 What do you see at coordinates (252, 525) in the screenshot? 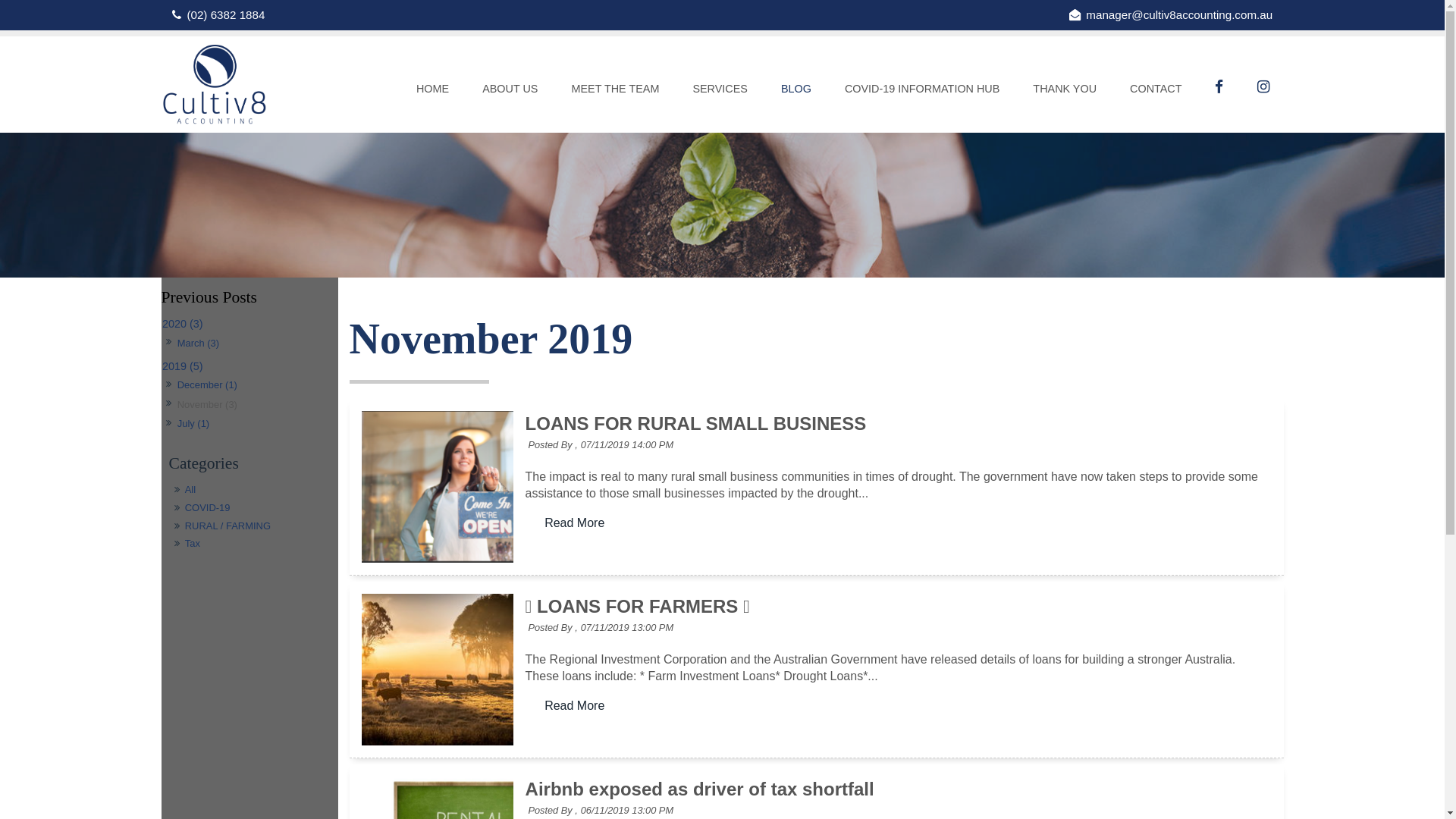
I see `'RURAL / FARMING'` at bounding box center [252, 525].